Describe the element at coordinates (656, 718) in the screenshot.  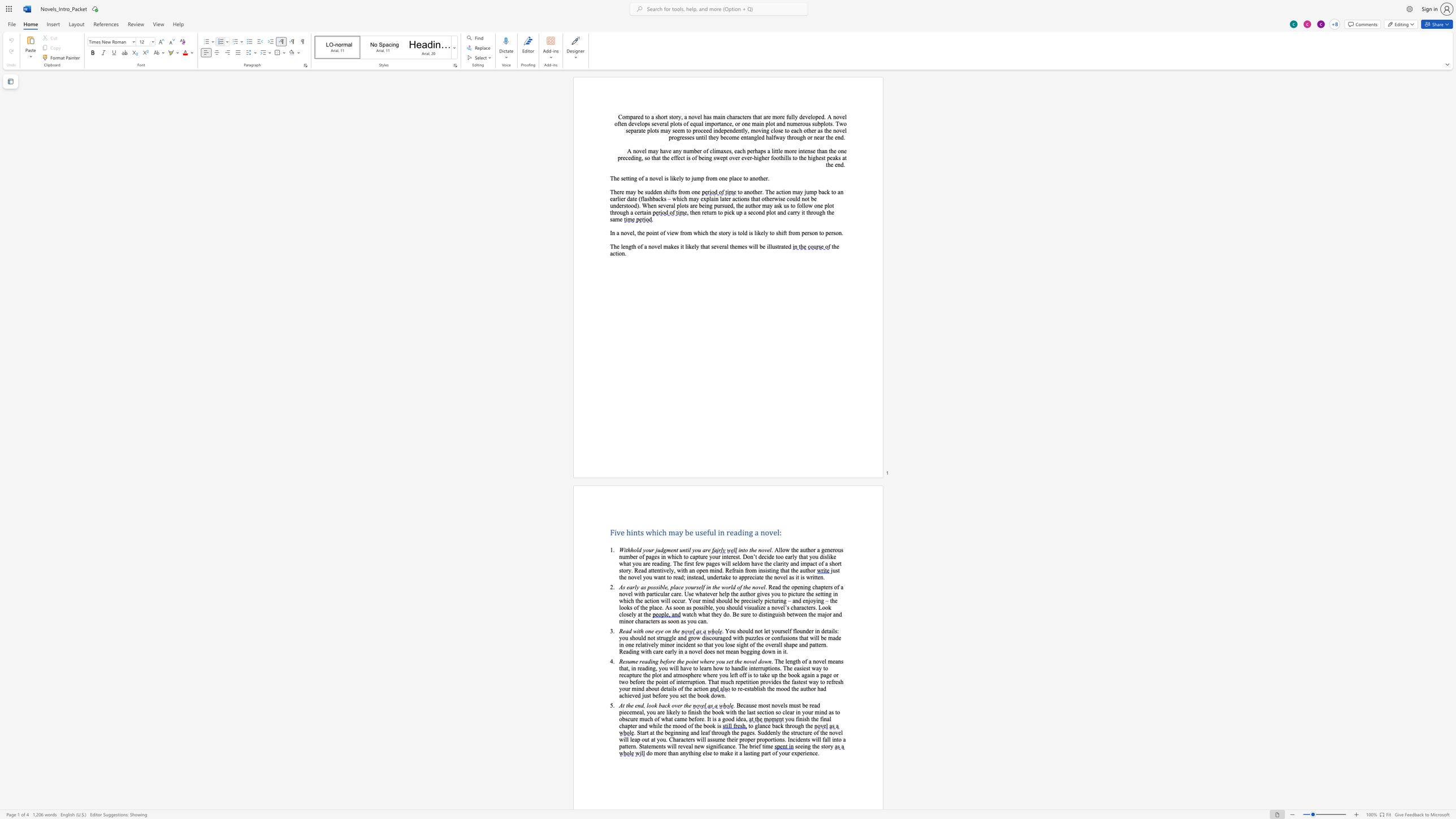
I see `the space between the continuous character "o" and "f" in the text` at that location.